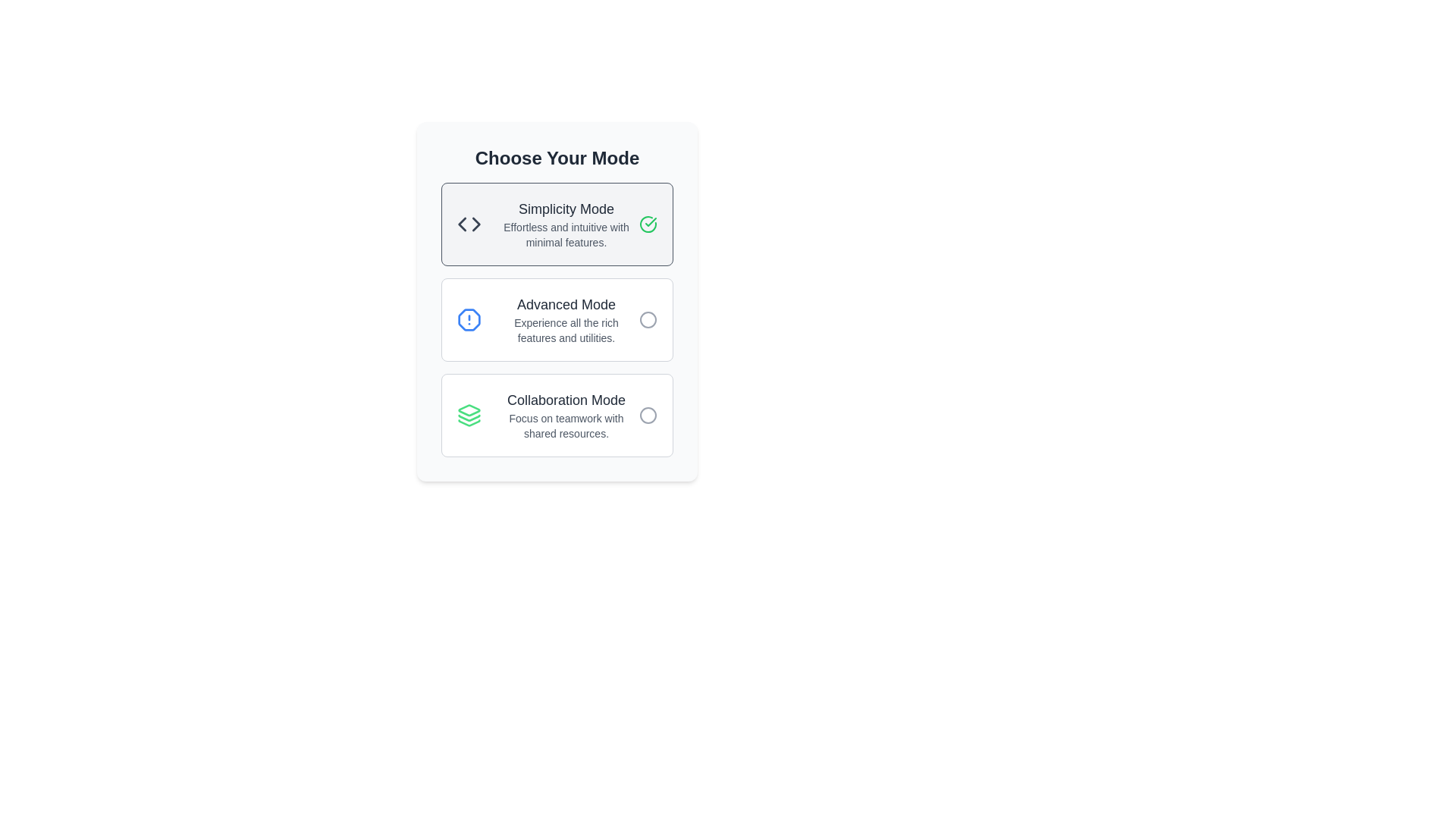 The height and width of the screenshot is (819, 1456). What do you see at coordinates (566, 426) in the screenshot?
I see `the descriptive text element about 'Collaboration Mode', located in the bottom-right part of the card structure` at bounding box center [566, 426].